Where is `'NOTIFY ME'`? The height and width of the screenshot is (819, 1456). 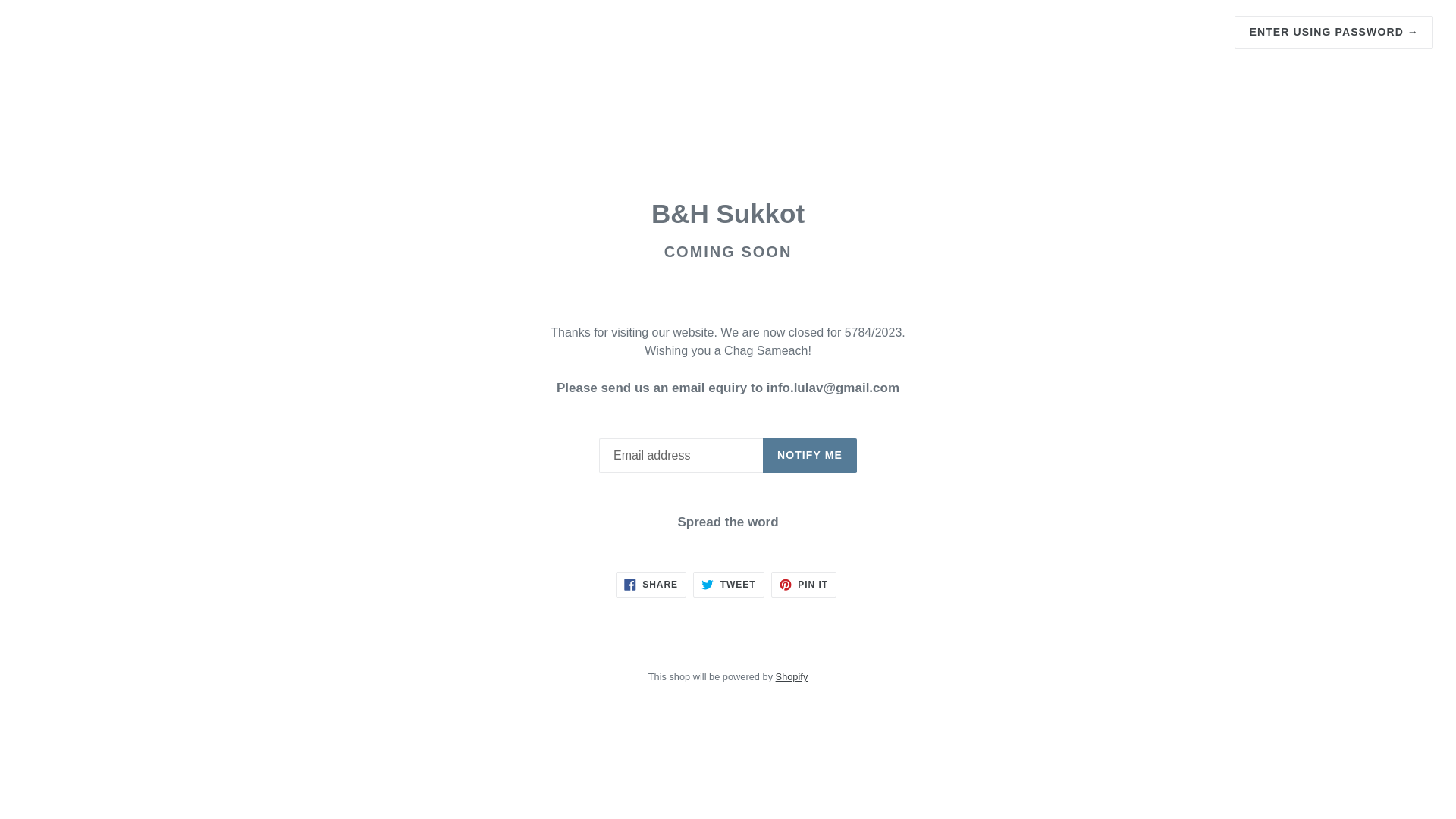
'NOTIFY ME' is located at coordinates (763, 455).